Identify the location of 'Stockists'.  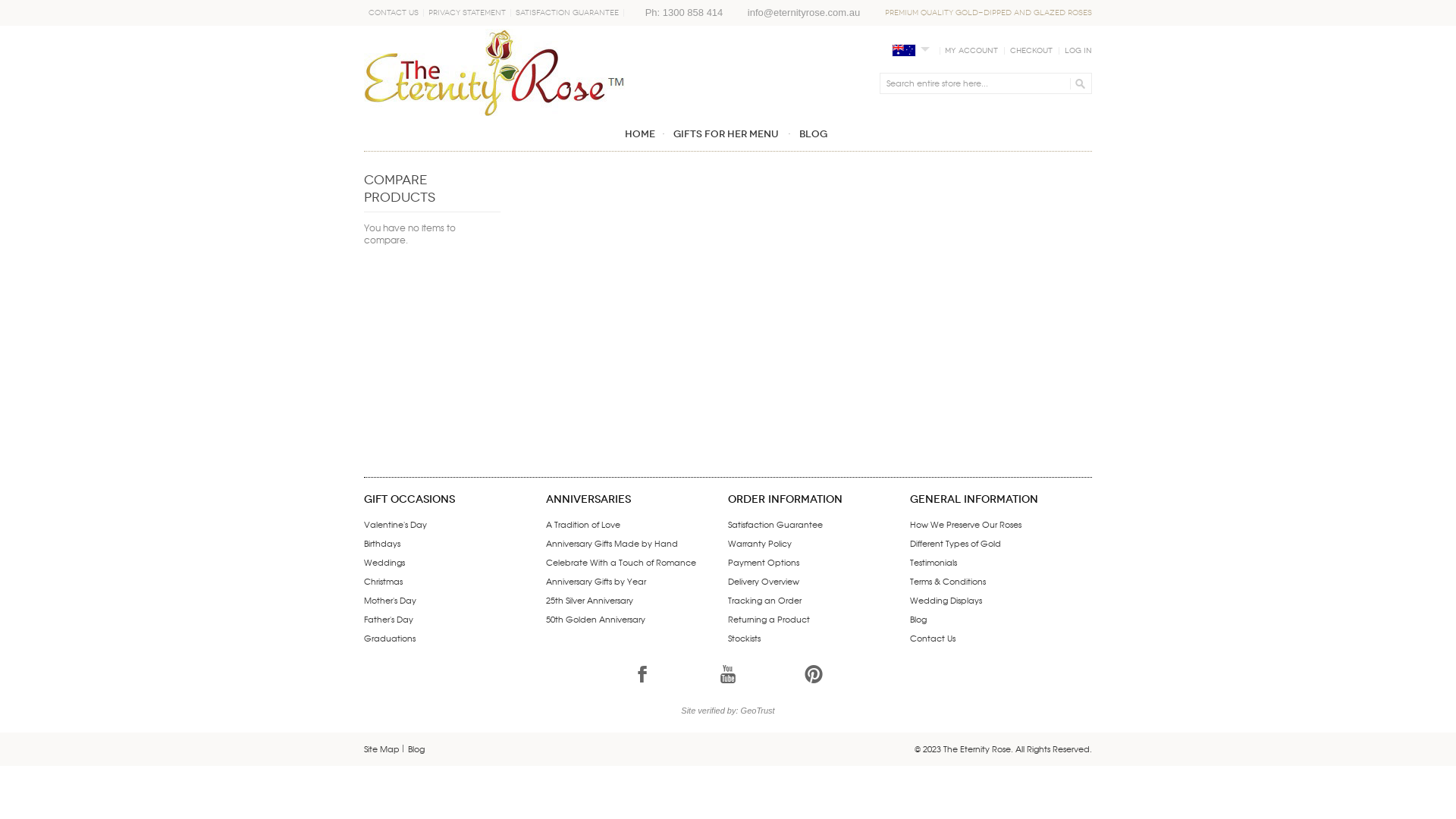
(744, 638).